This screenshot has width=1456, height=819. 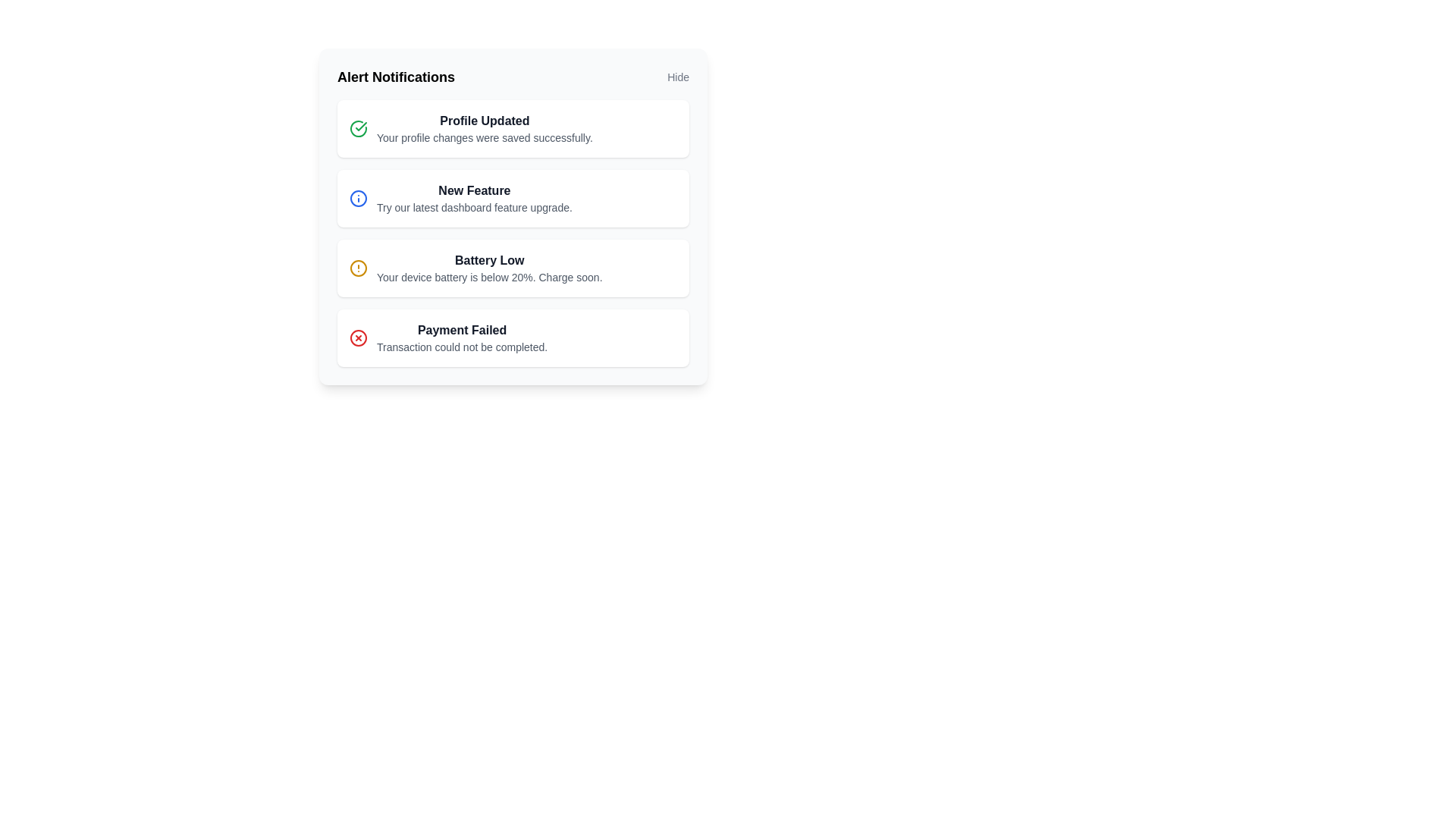 What do you see at coordinates (484, 120) in the screenshot?
I see `the Text Label that indicates the title of the notification, positioned at the top left of the notification card` at bounding box center [484, 120].